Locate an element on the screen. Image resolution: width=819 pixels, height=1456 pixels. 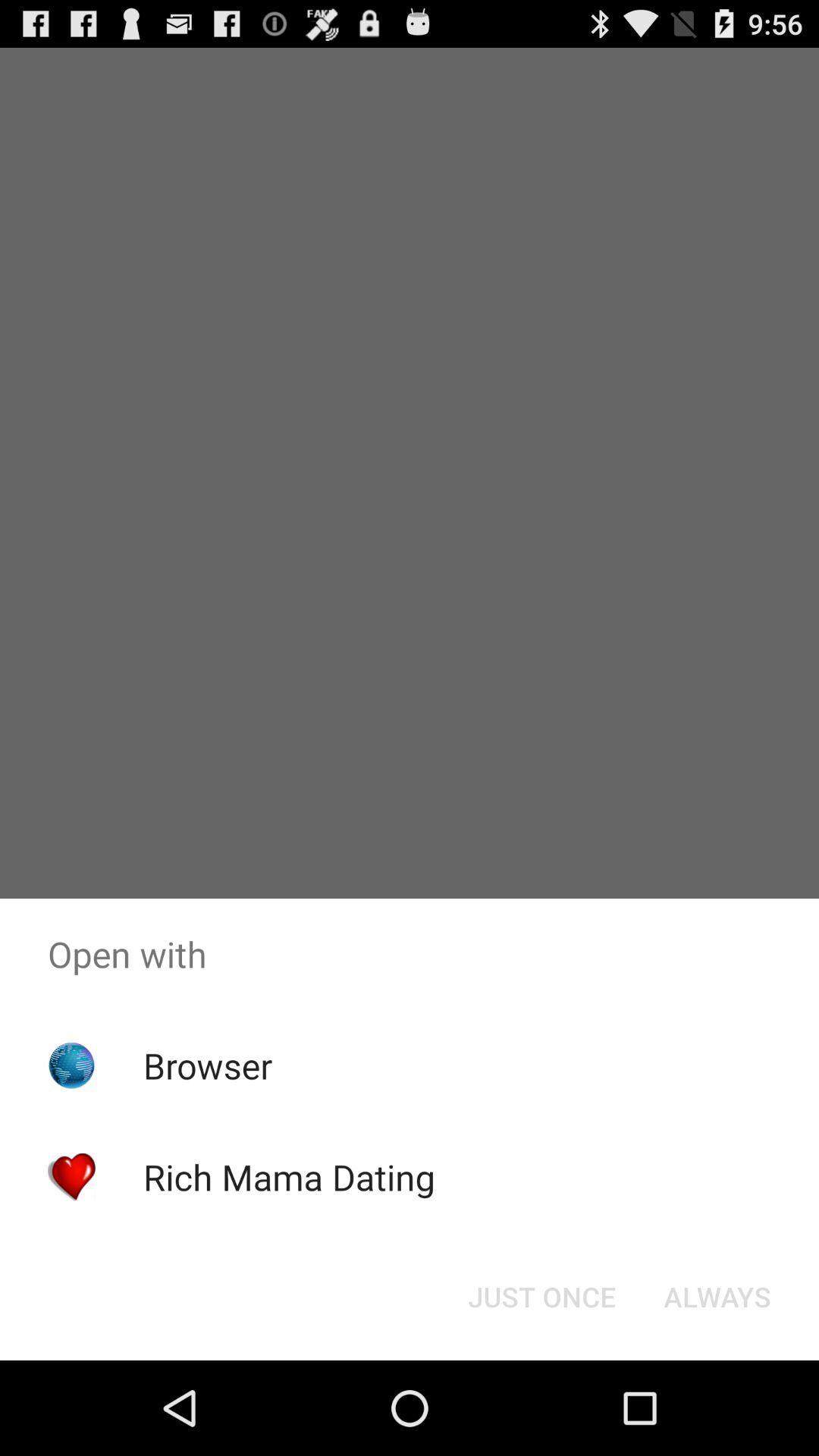
icon below open with is located at coordinates (541, 1295).